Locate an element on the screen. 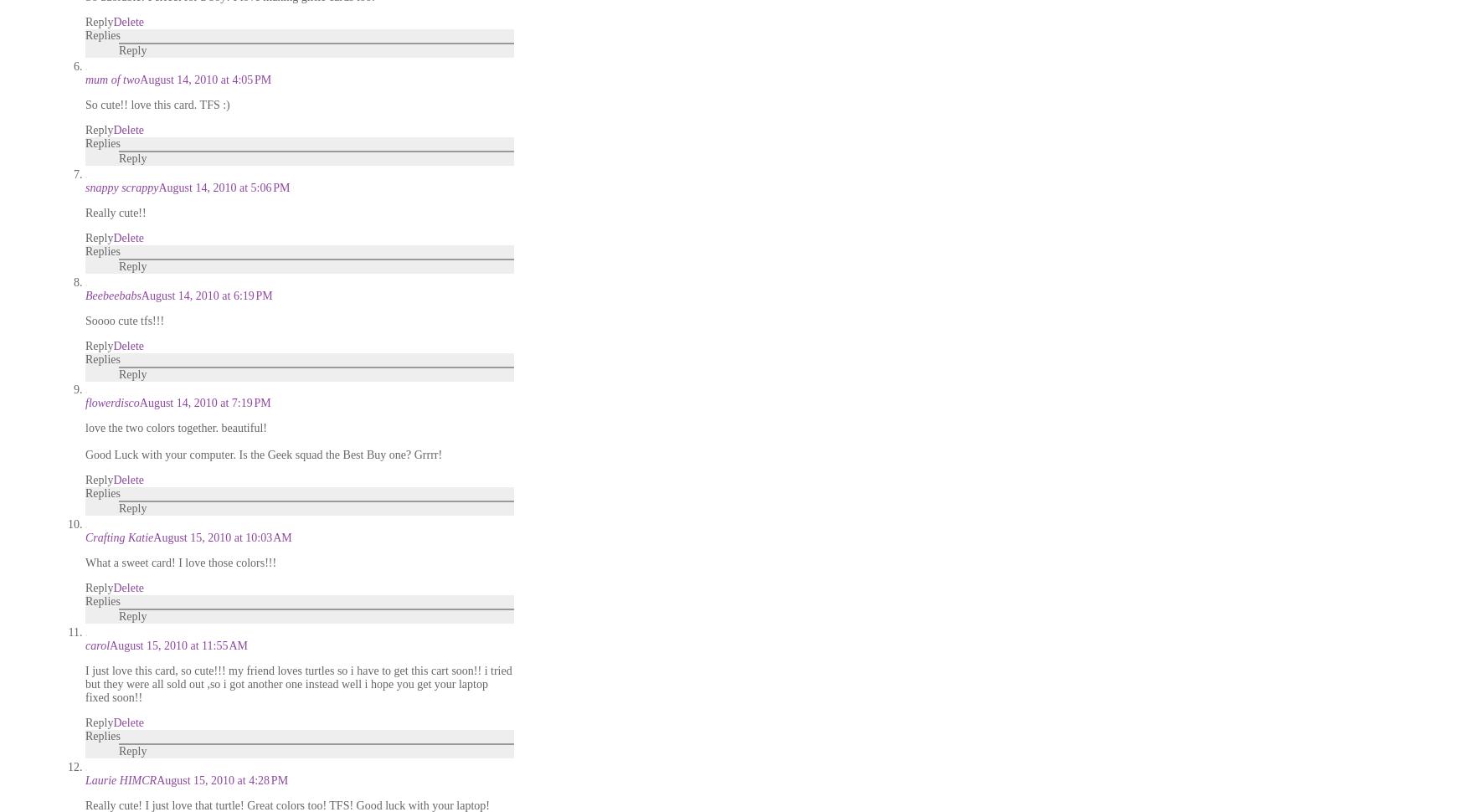 This screenshot has height=812, width=1482. 'love the two colors together. beautiful!' is located at coordinates (175, 428).